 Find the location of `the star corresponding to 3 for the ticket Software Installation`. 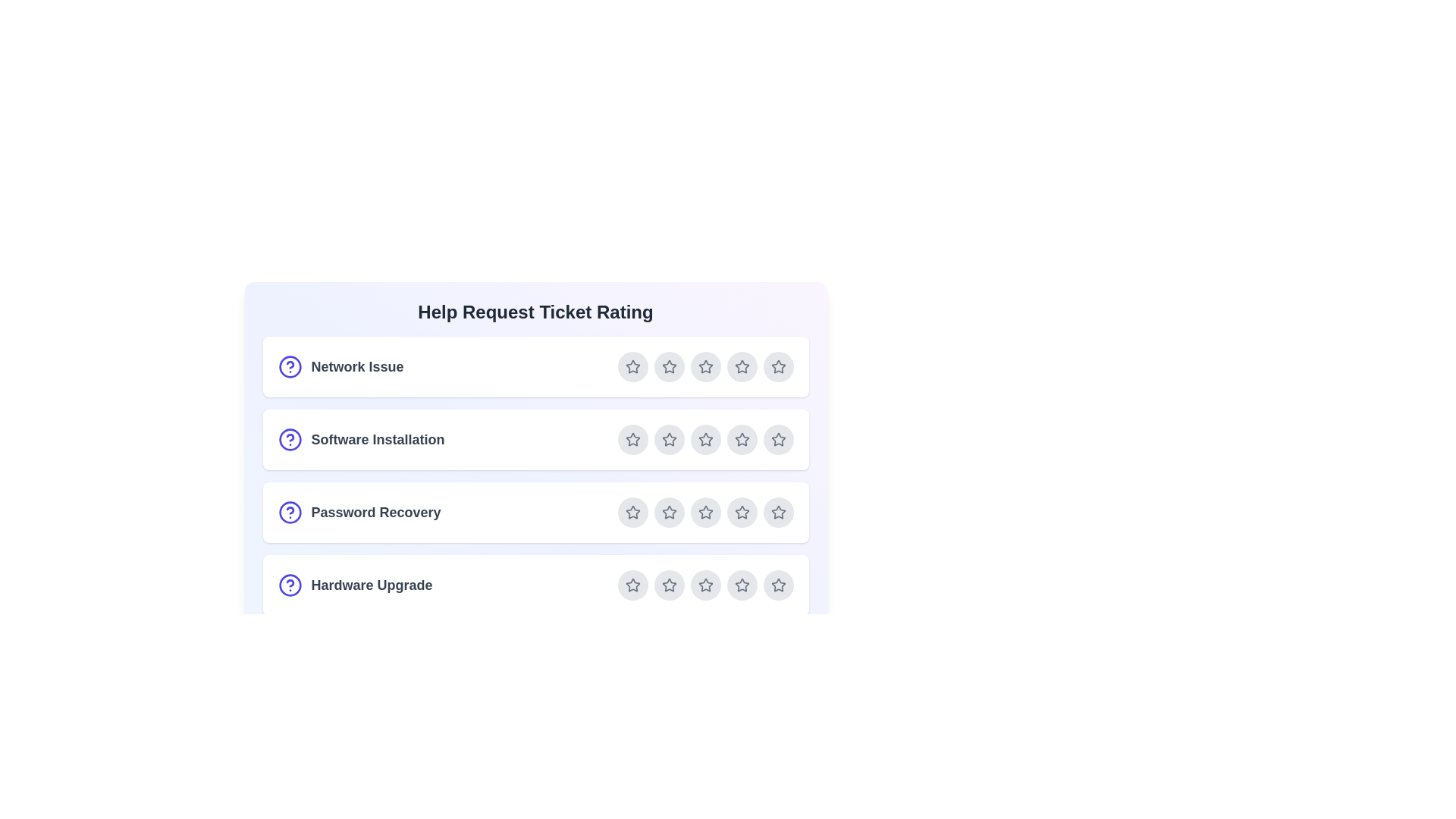

the star corresponding to 3 for the ticket Software Installation is located at coordinates (704, 439).